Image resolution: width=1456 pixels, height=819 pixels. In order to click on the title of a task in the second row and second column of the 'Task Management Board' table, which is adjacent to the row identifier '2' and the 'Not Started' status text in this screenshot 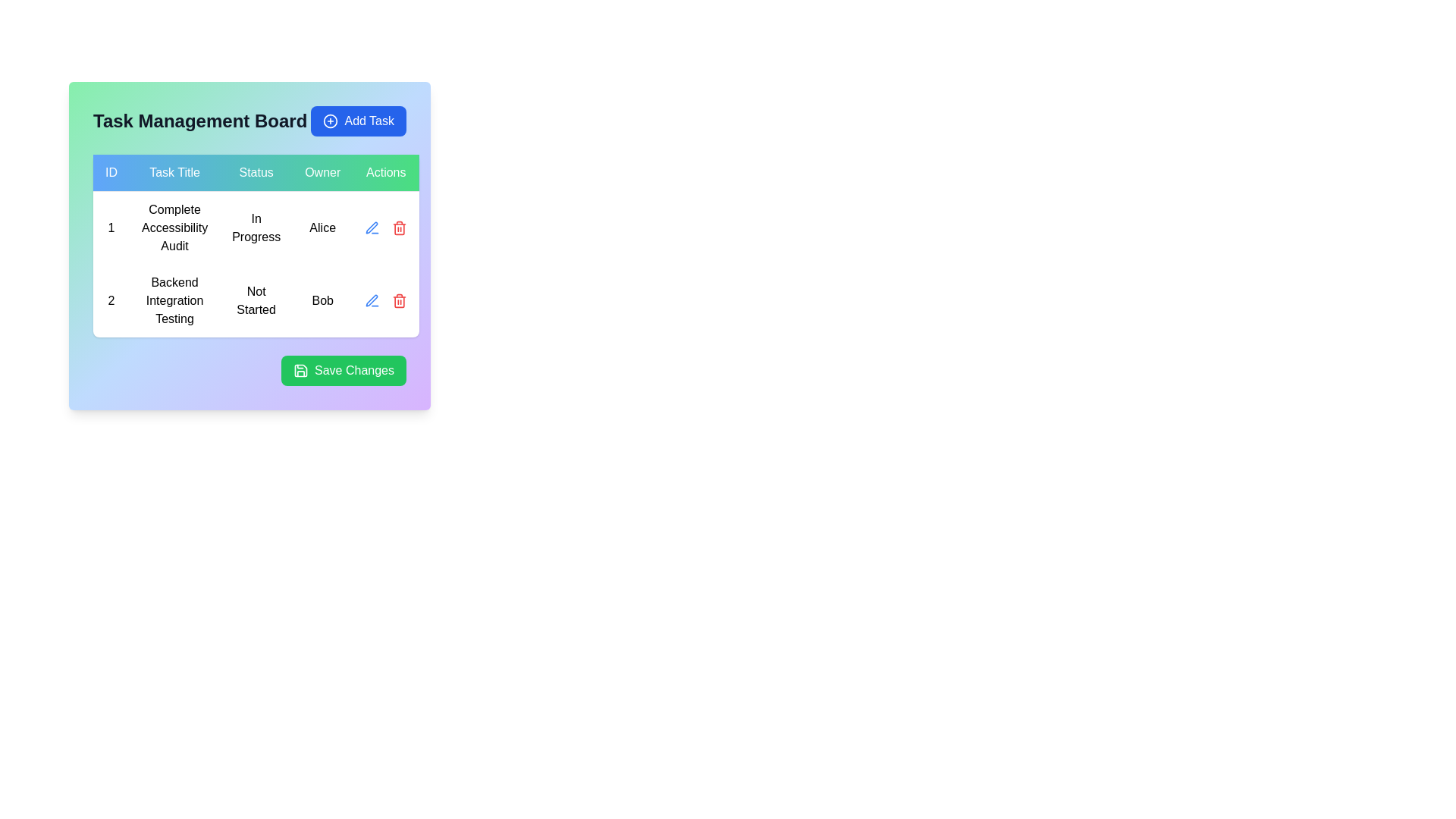, I will do `click(174, 301)`.